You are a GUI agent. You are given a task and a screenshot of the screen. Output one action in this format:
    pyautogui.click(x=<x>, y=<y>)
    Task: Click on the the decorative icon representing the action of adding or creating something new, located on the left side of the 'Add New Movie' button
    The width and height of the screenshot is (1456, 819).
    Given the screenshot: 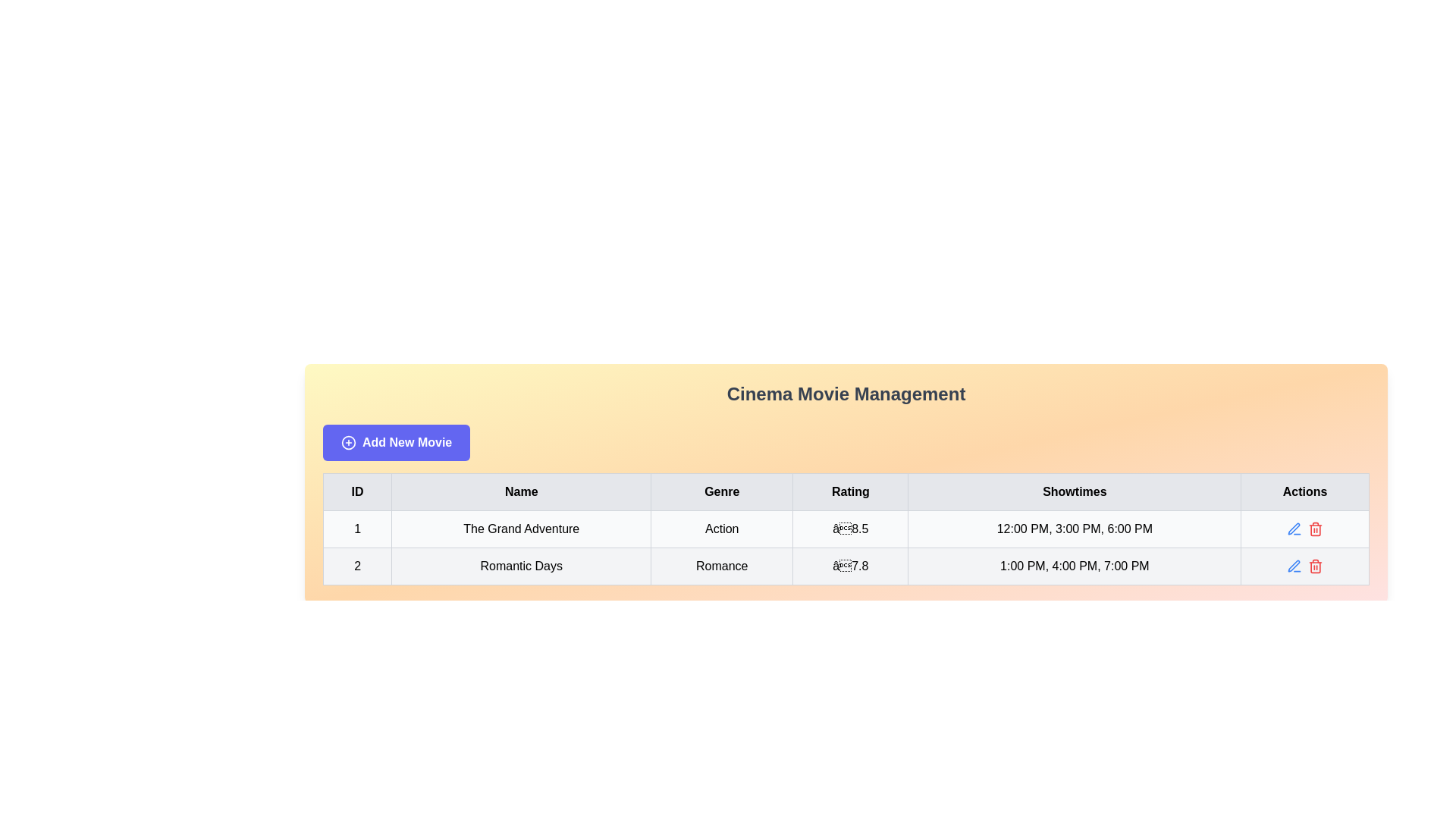 What is the action you would take?
    pyautogui.click(x=348, y=442)
    